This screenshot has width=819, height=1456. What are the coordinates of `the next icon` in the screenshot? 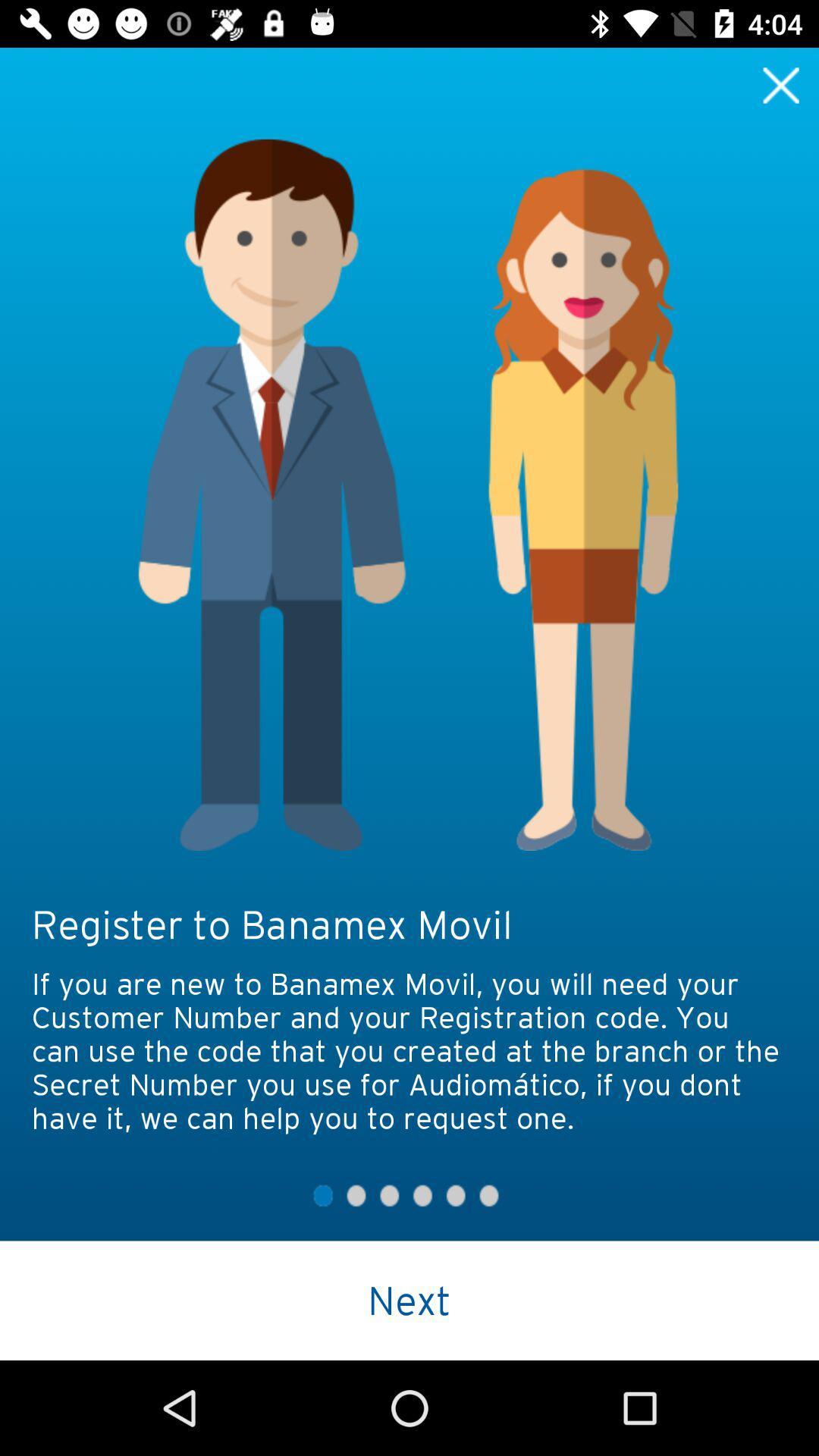 It's located at (409, 1300).